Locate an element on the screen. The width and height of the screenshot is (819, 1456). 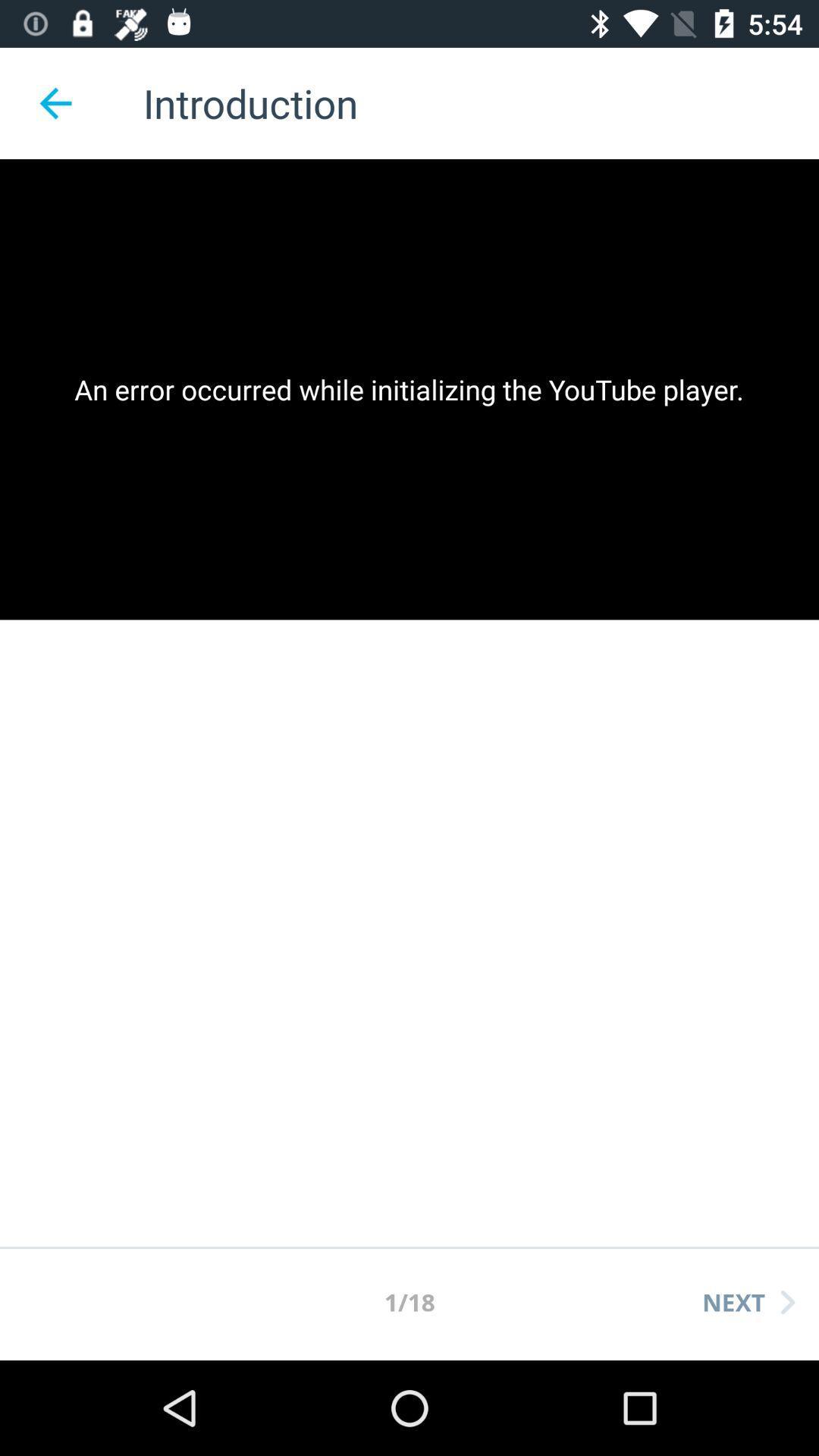
the next icon is located at coordinates (748, 1301).